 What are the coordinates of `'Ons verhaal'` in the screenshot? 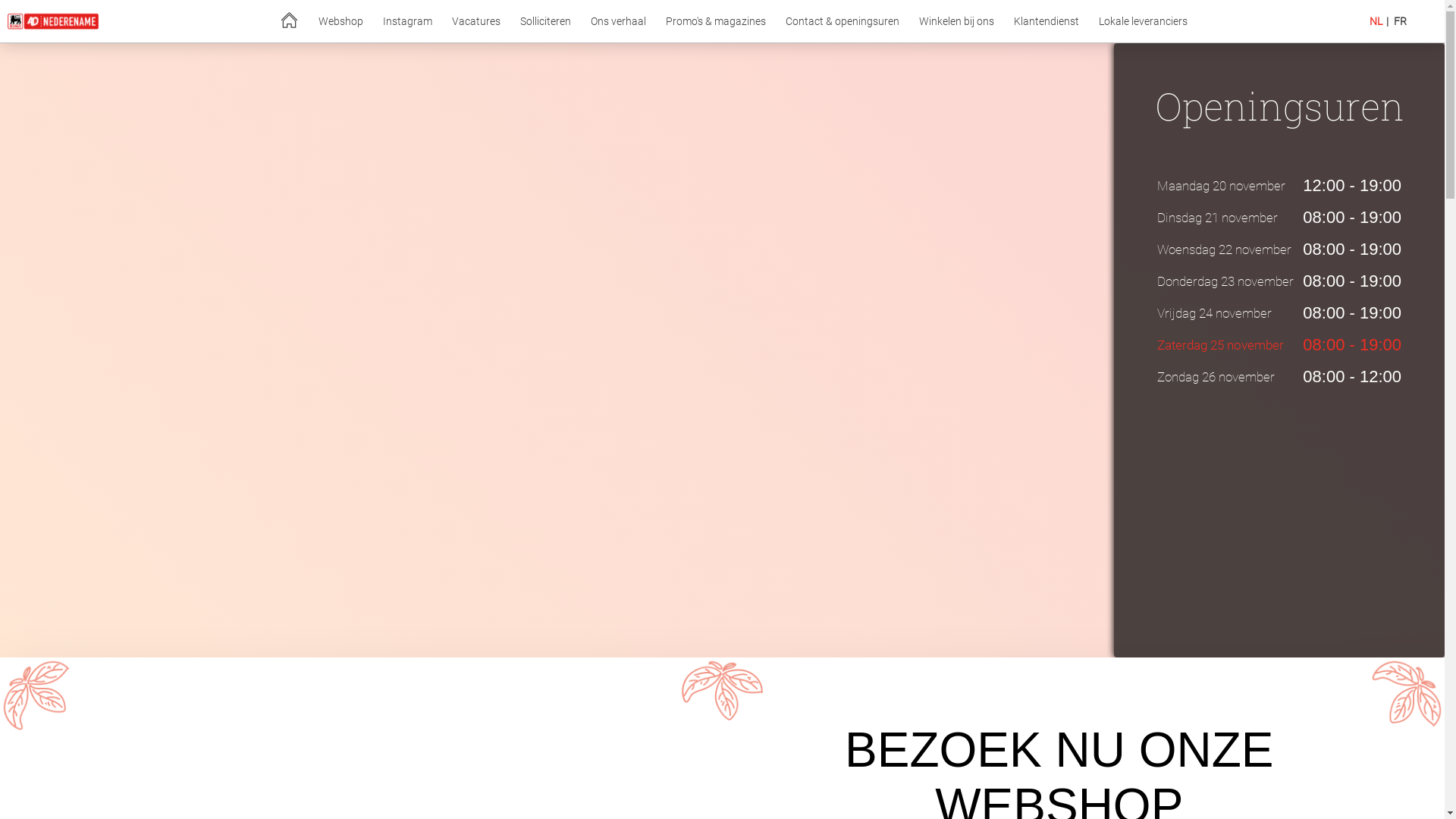 It's located at (618, 20).